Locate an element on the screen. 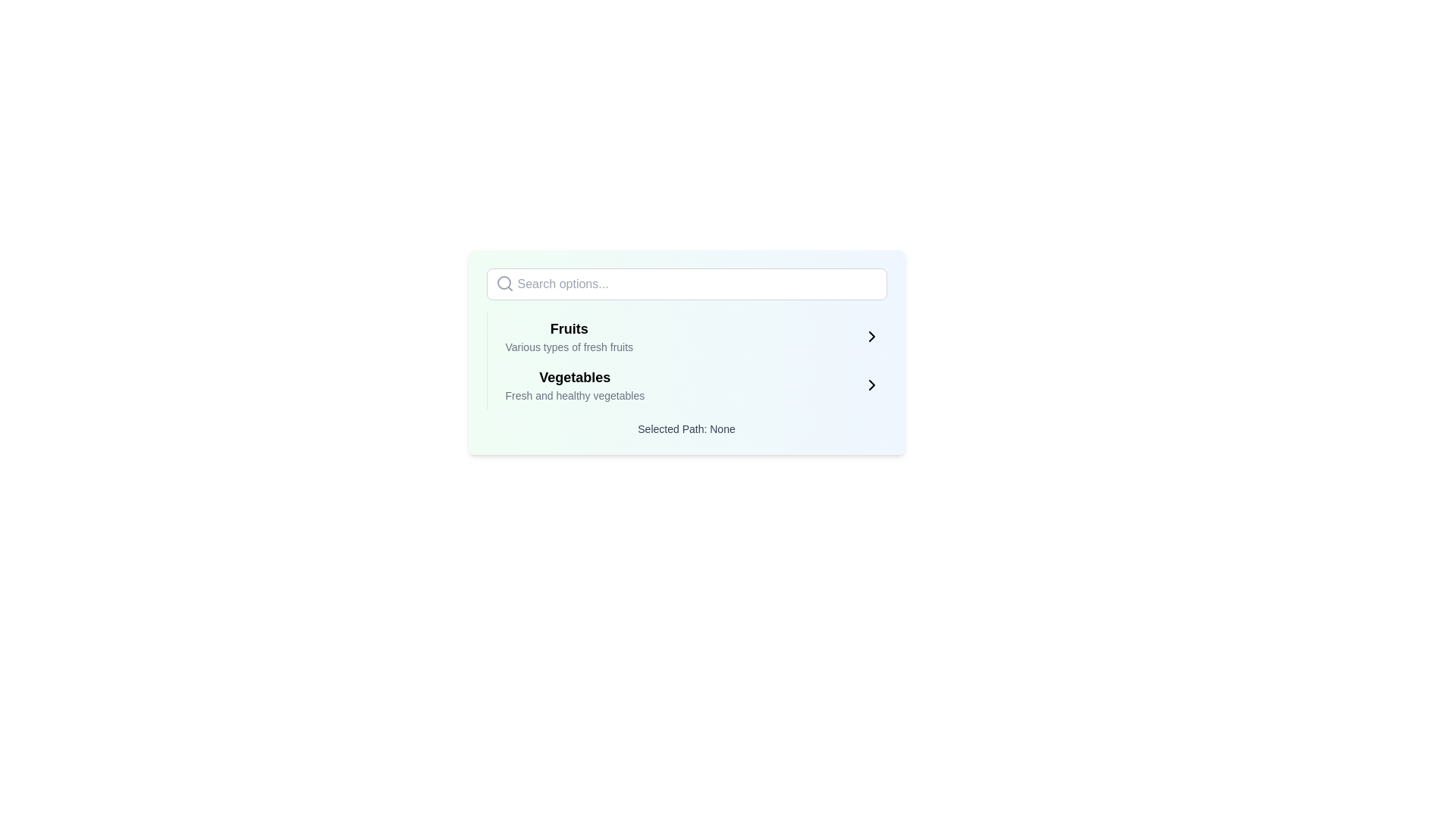  the right-pointing chevron icon indicating expandable options for the 'Fruits' section is located at coordinates (871, 335).